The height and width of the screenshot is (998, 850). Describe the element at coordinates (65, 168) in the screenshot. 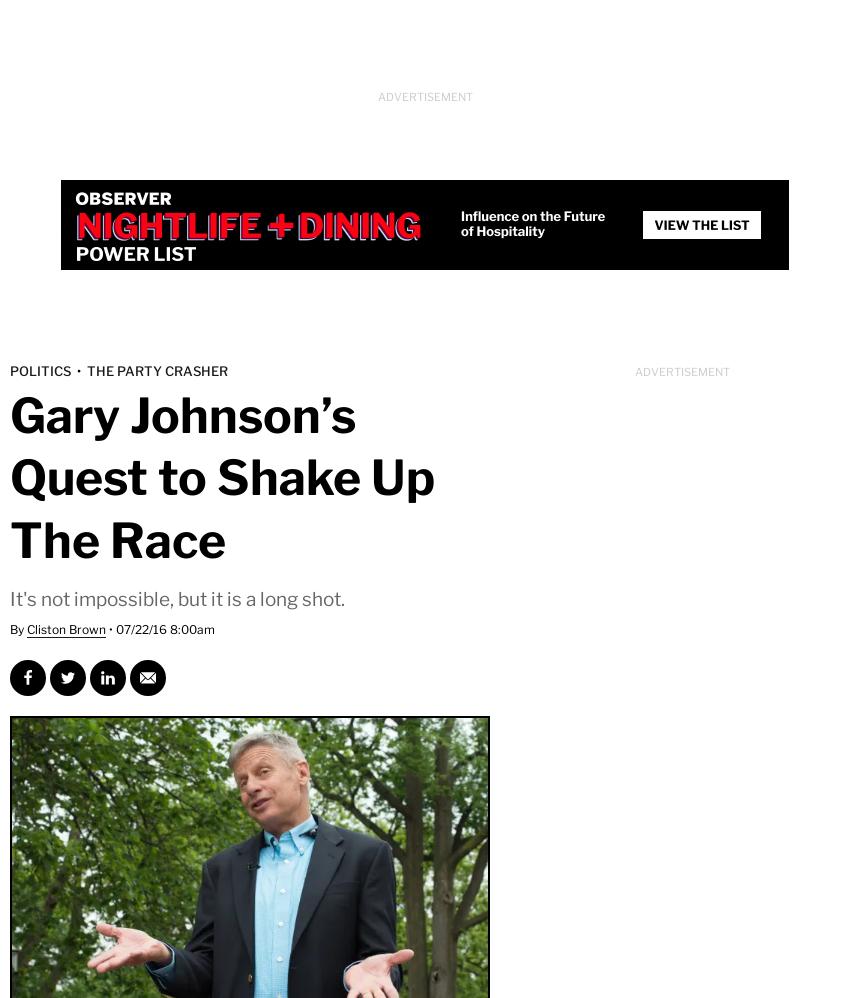

I see `'What to Watch'` at that location.